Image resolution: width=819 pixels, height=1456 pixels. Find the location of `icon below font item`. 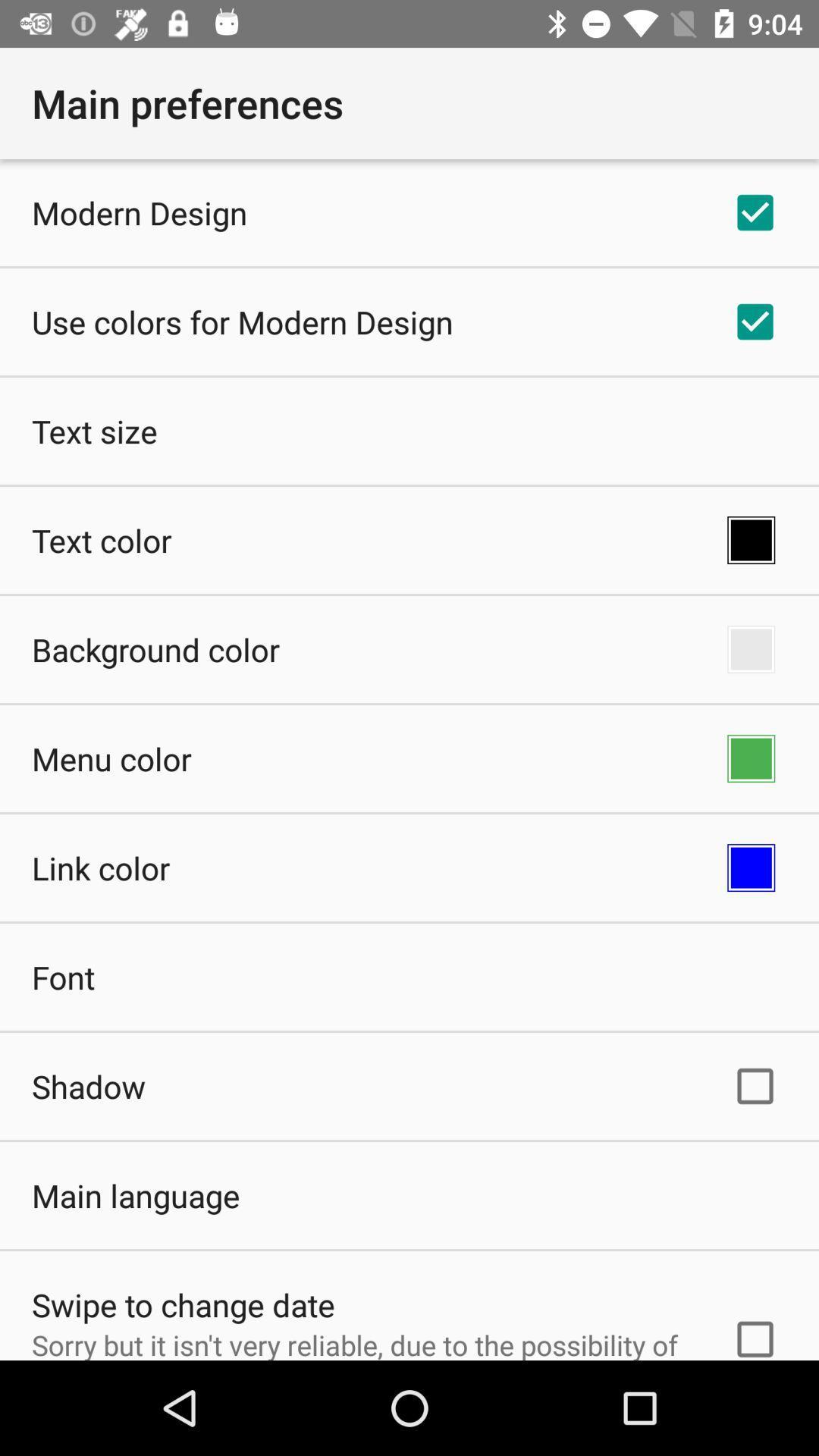

icon below font item is located at coordinates (88, 1085).